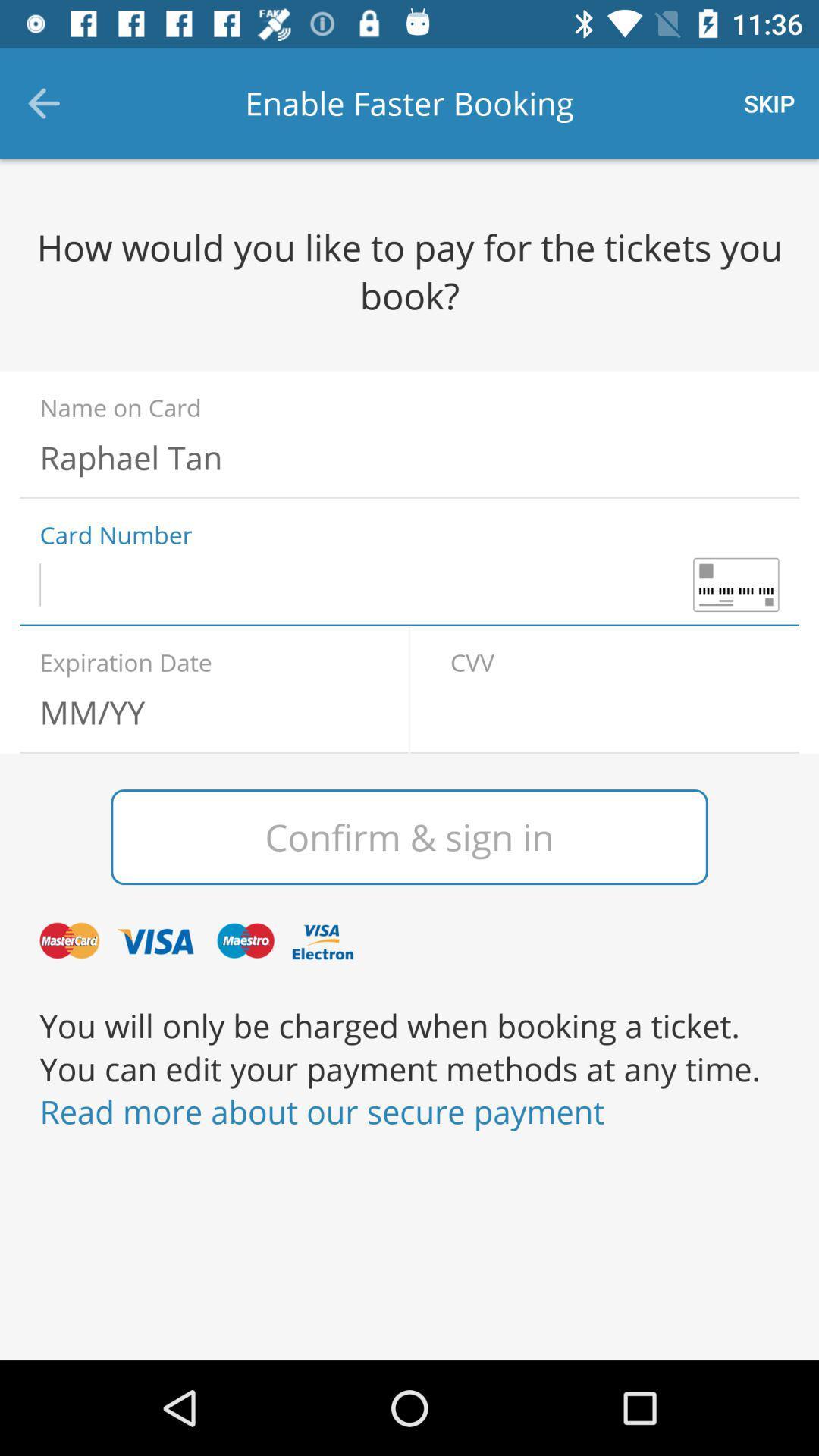 This screenshot has height=1456, width=819. What do you see at coordinates (203, 711) in the screenshot?
I see `credit card expiration date` at bounding box center [203, 711].